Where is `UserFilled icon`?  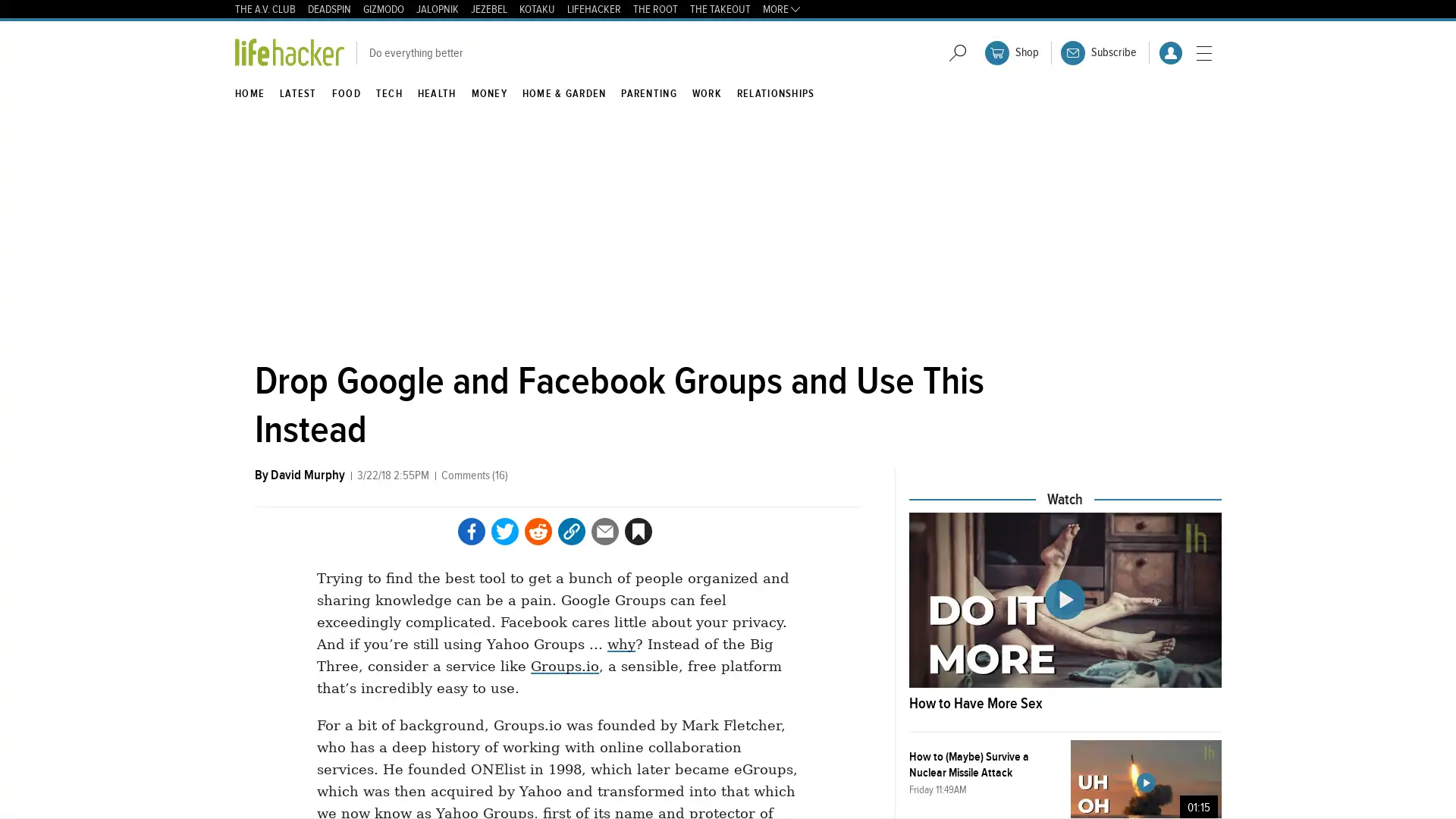
UserFilled icon is located at coordinates (1170, 52).